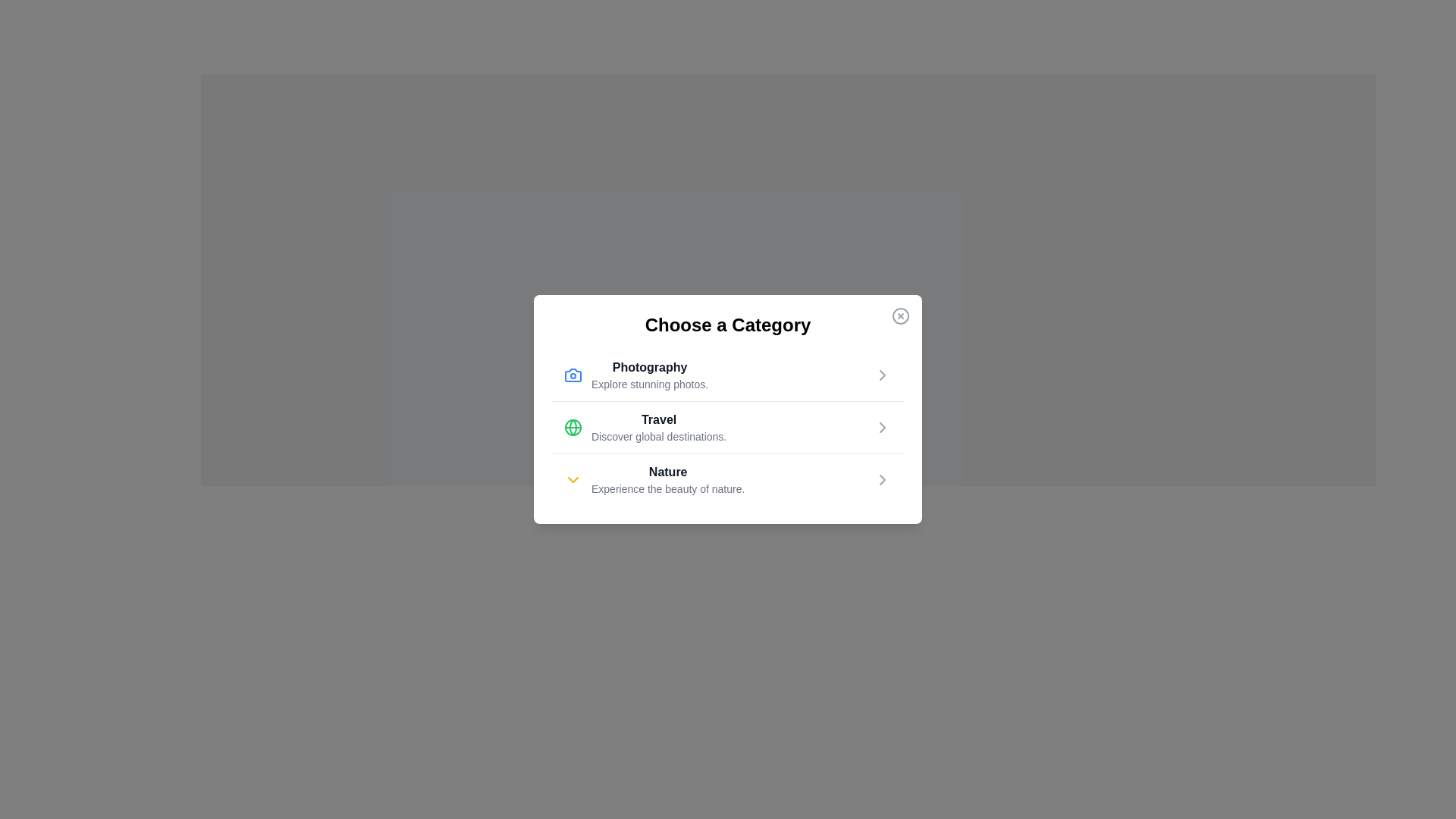 The image size is (1456, 819). What do you see at coordinates (728, 479) in the screenshot?
I see `the 'Nature' category list item` at bounding box center [728, 479].